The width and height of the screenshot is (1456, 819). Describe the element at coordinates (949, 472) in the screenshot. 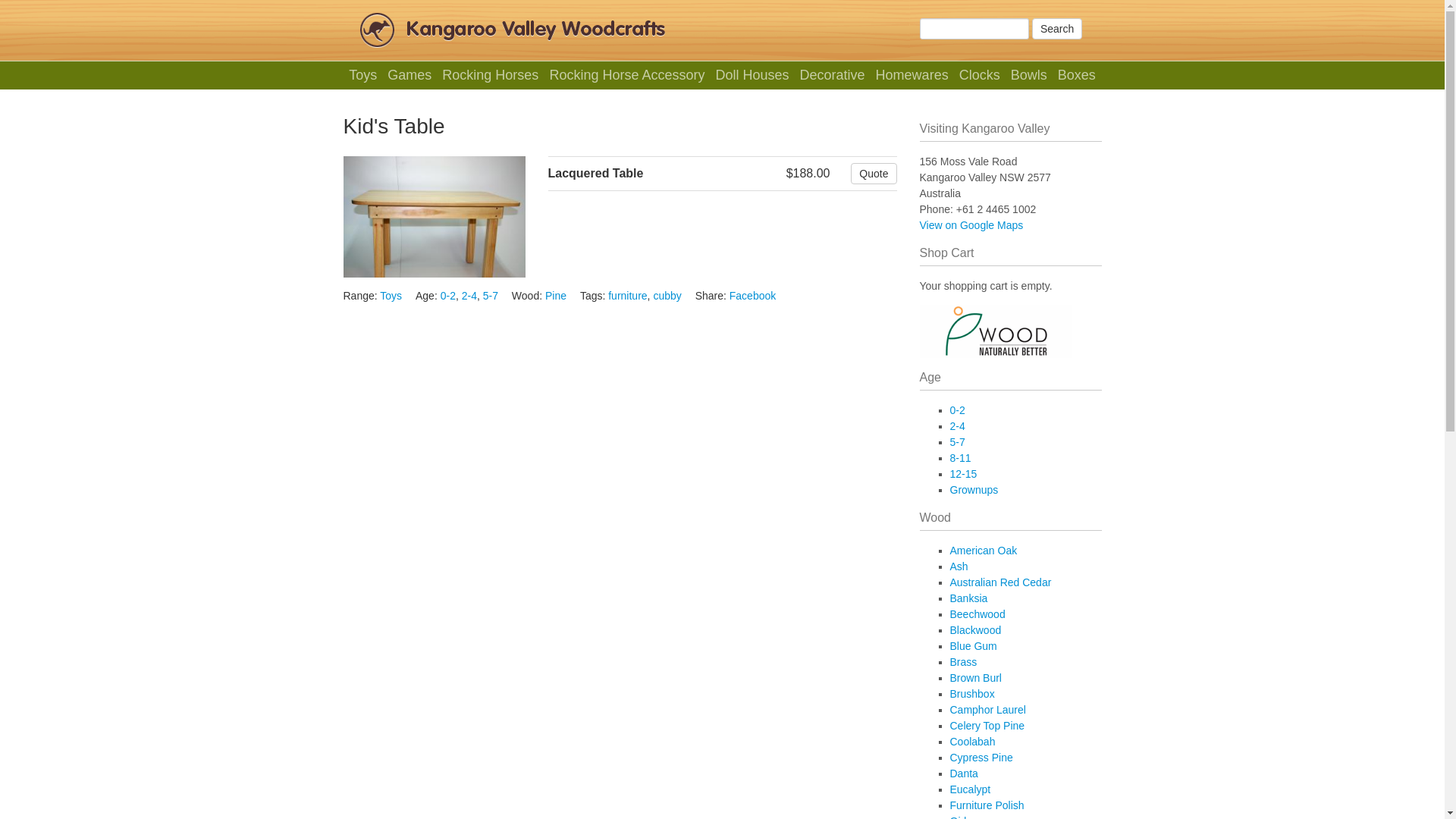

I see `'12-15'` at that location.